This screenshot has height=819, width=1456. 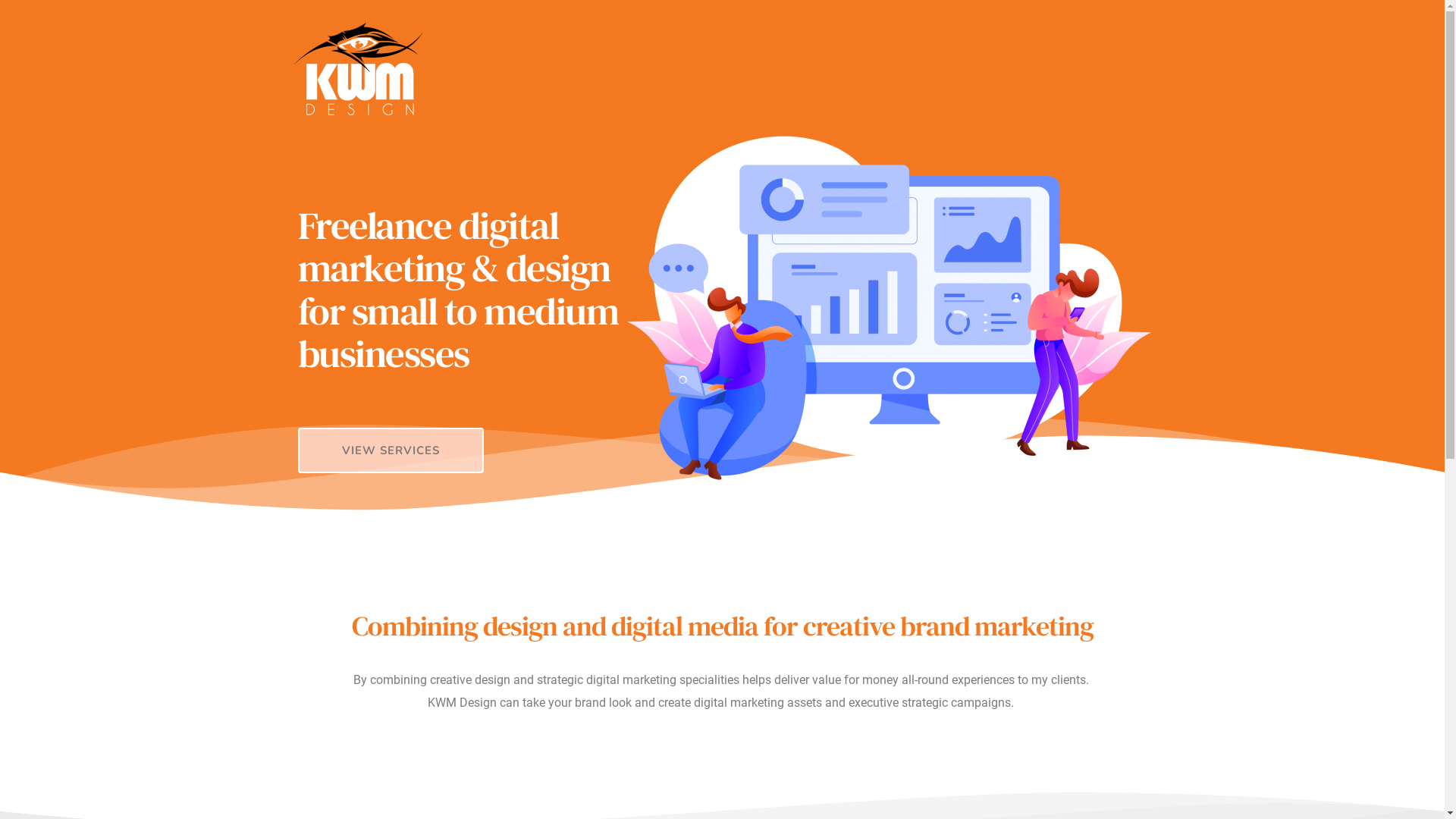 I want to click on 'VIEW SERVICES', so click(x=390, y=450).